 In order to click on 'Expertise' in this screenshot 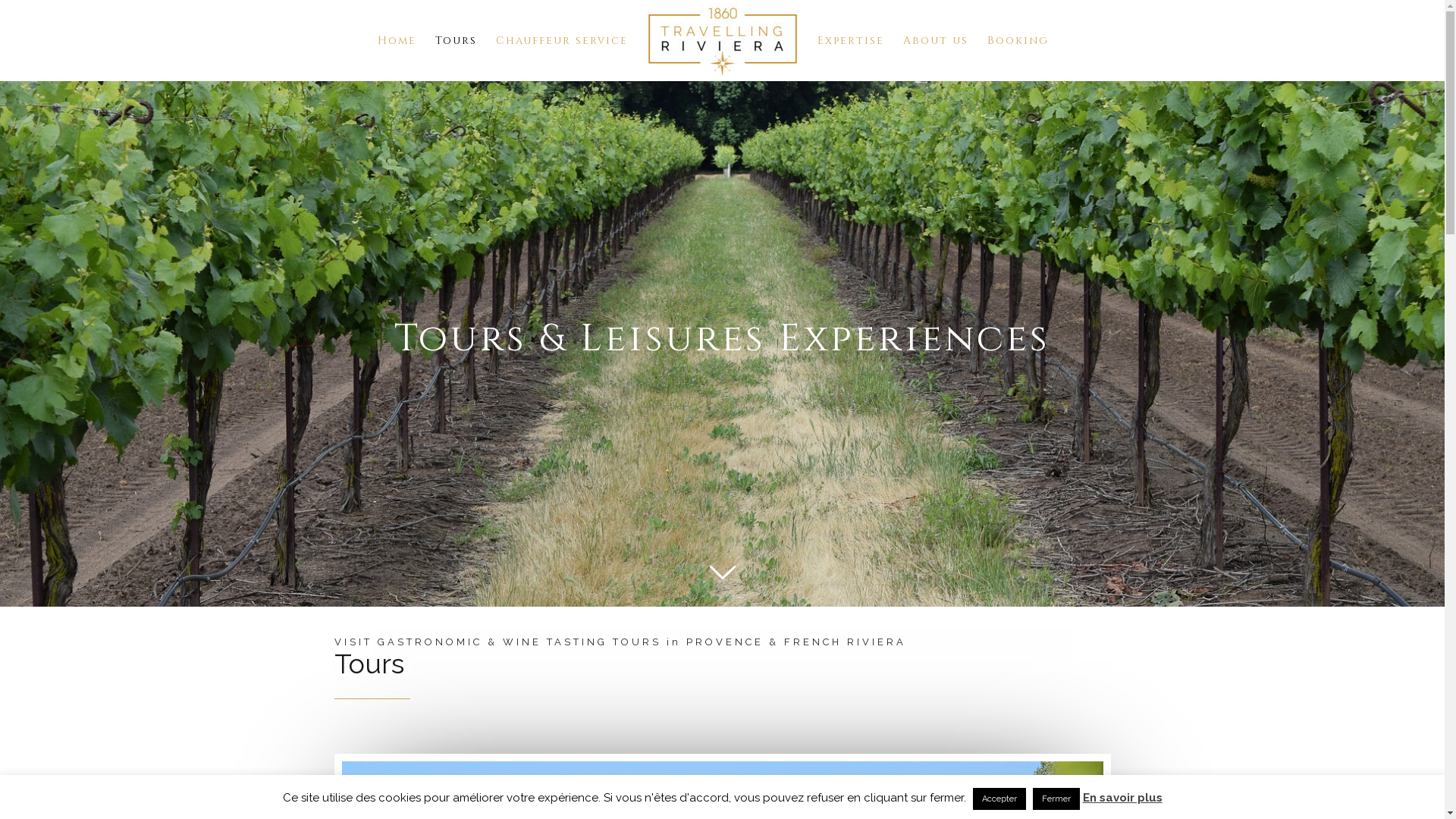, I will do `click(851, 40)`.